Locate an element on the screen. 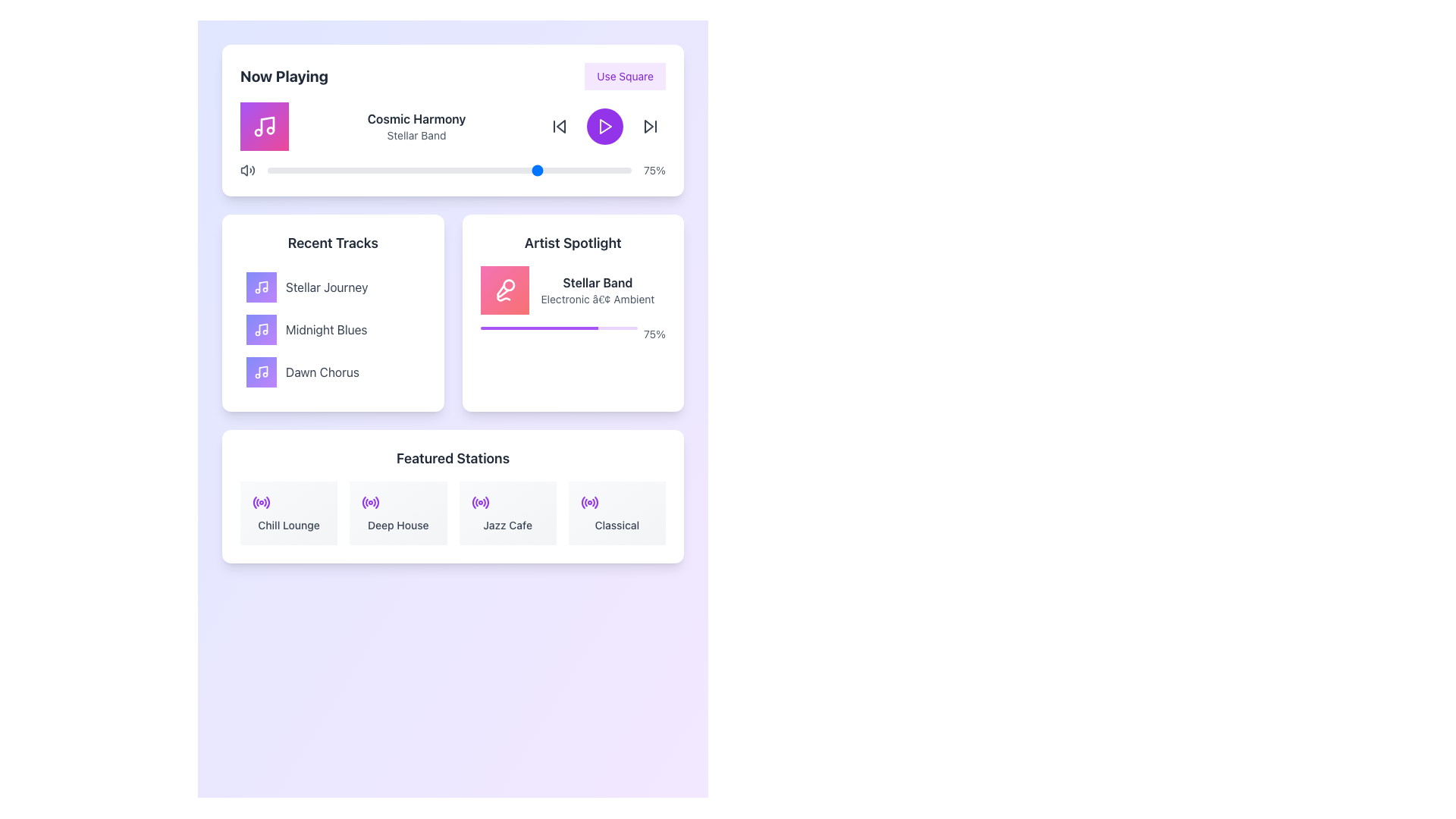  the progress bar fill representing 75% completion in the 'Artist Spotlight' section is located at coordinates (539, 327).